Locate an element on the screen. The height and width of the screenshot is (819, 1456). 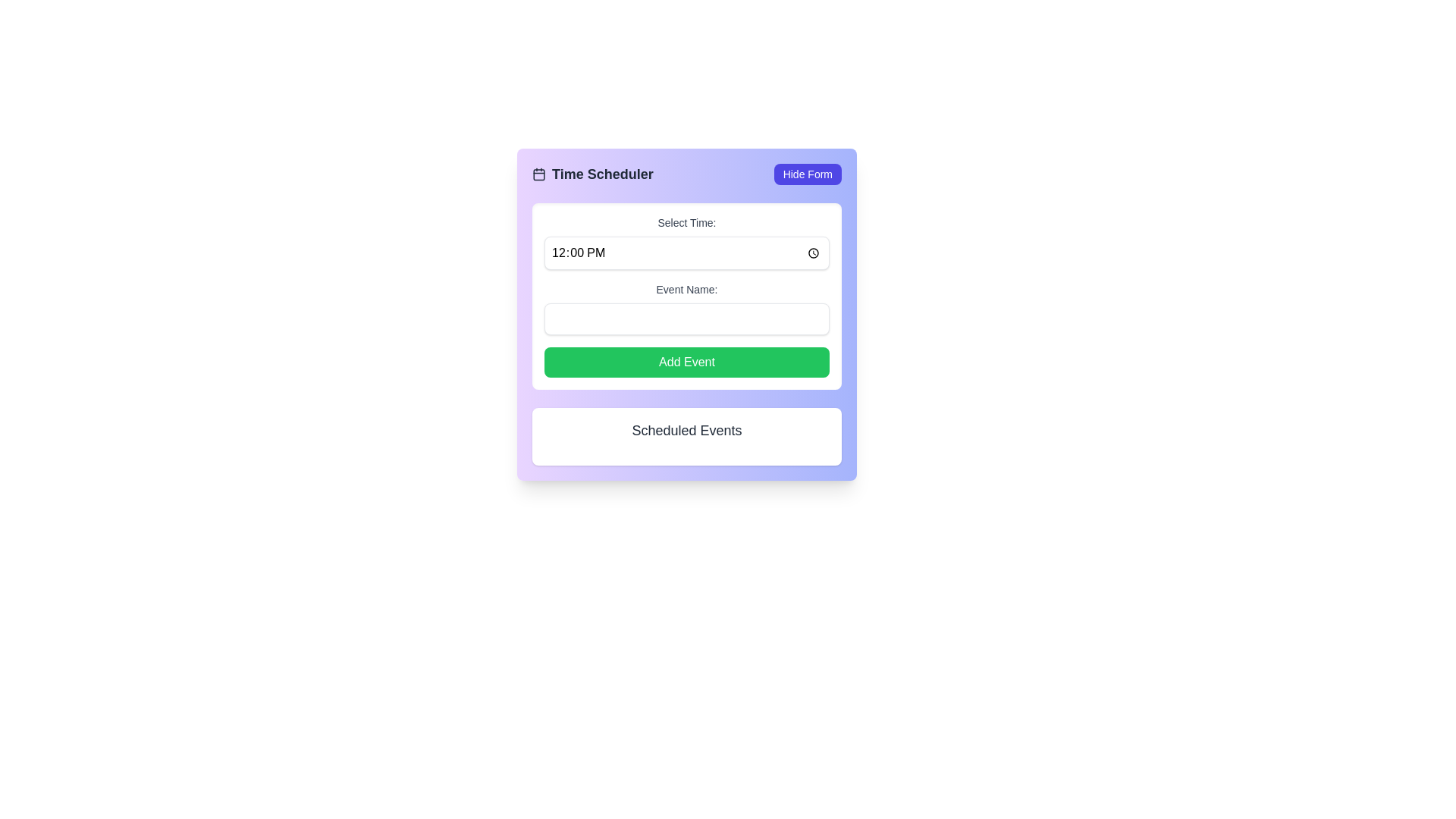
header text with an icon located in the upper-left corner of the form, positioned to the left of the 'Hide Form' button is located at coordinates (591, 174).